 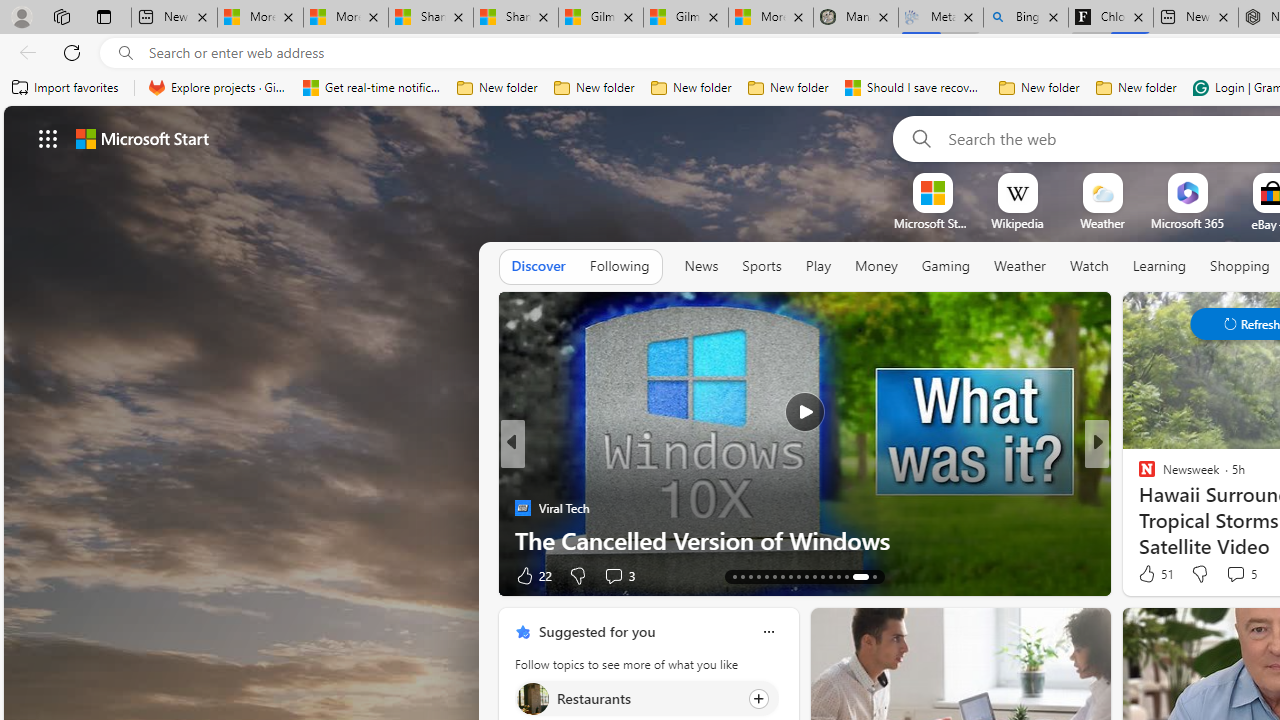 I want to click on 'Restaurants', so click(x=532, y=697).